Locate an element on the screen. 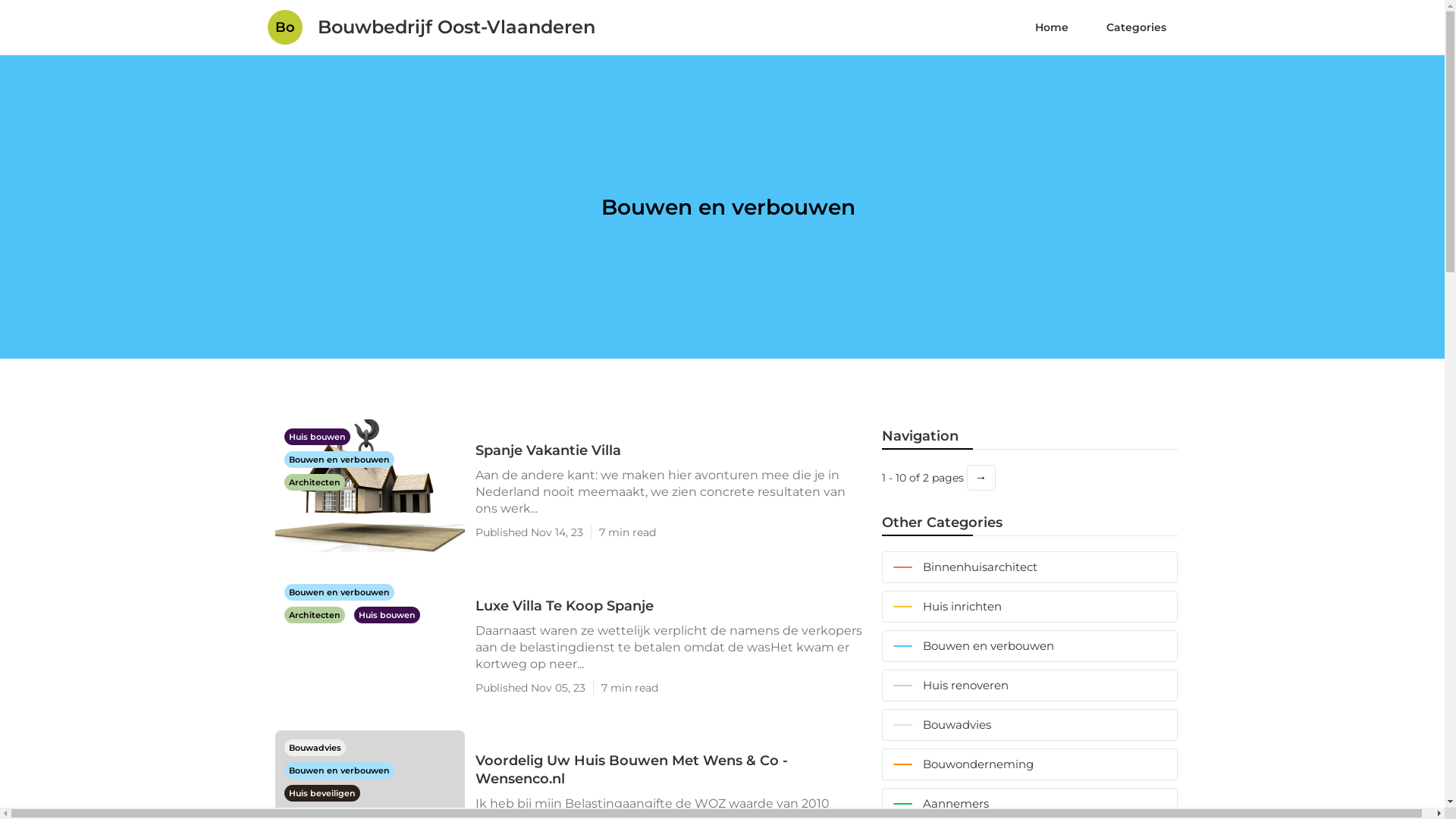 The image size is (1456, 819). 'Architecten' is located at coordinates (315, 614).